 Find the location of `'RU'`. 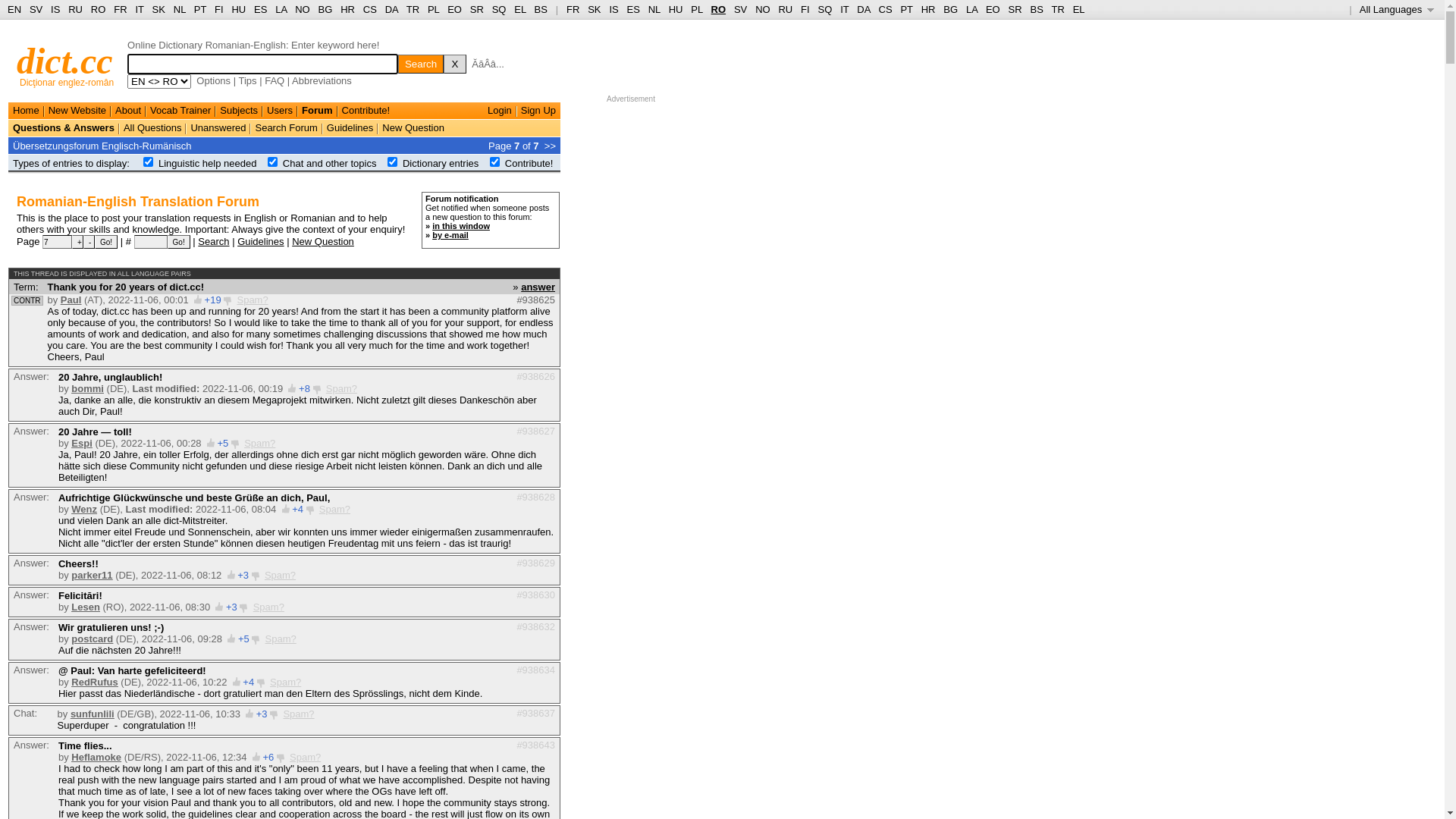

'RU' is located at coordinates (785, 9).